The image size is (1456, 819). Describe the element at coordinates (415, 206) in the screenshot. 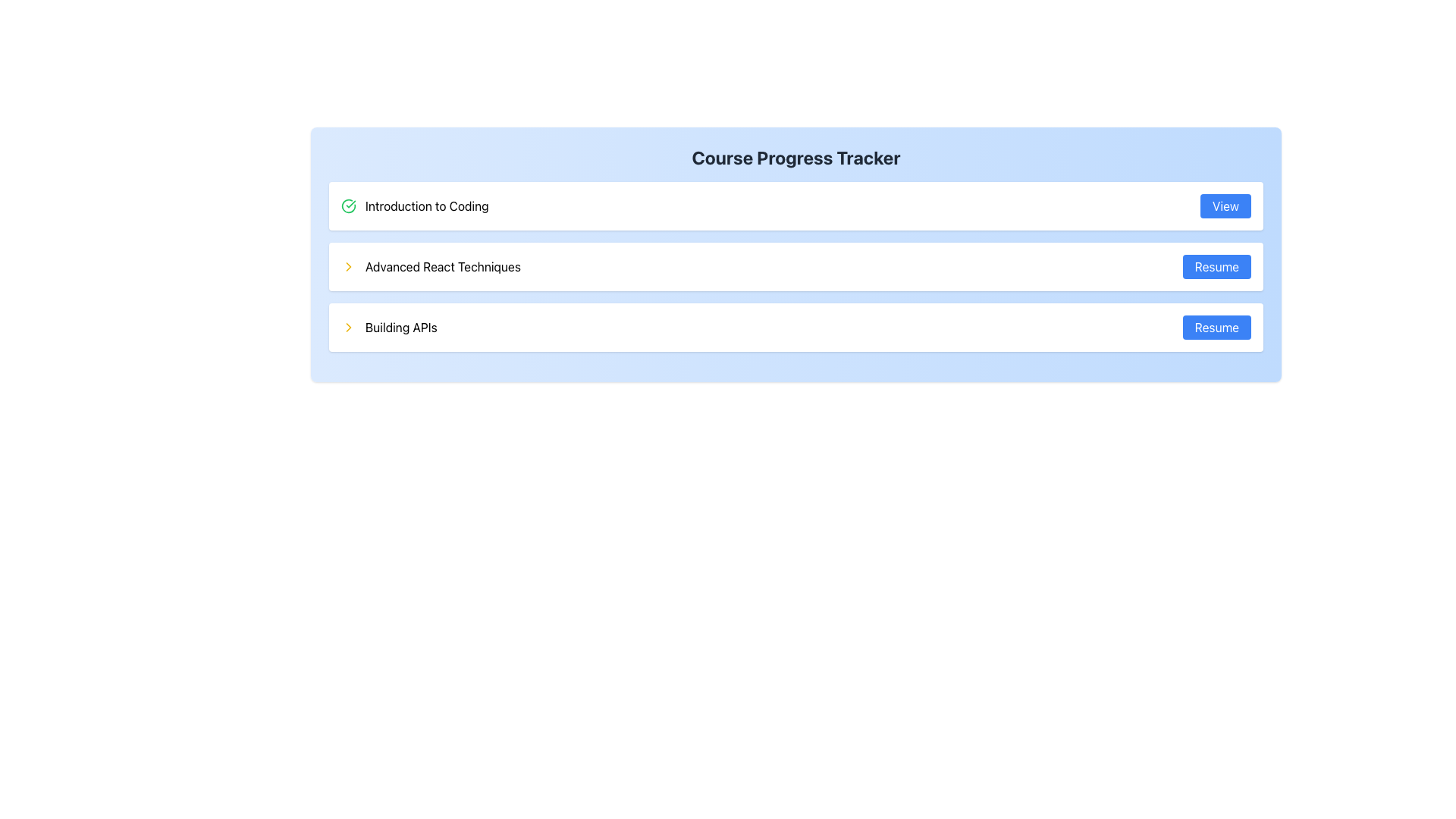

I see `the label with the title 'Introduction to Coding' located within the first card under 'Course Progress Tracker'` at that location.